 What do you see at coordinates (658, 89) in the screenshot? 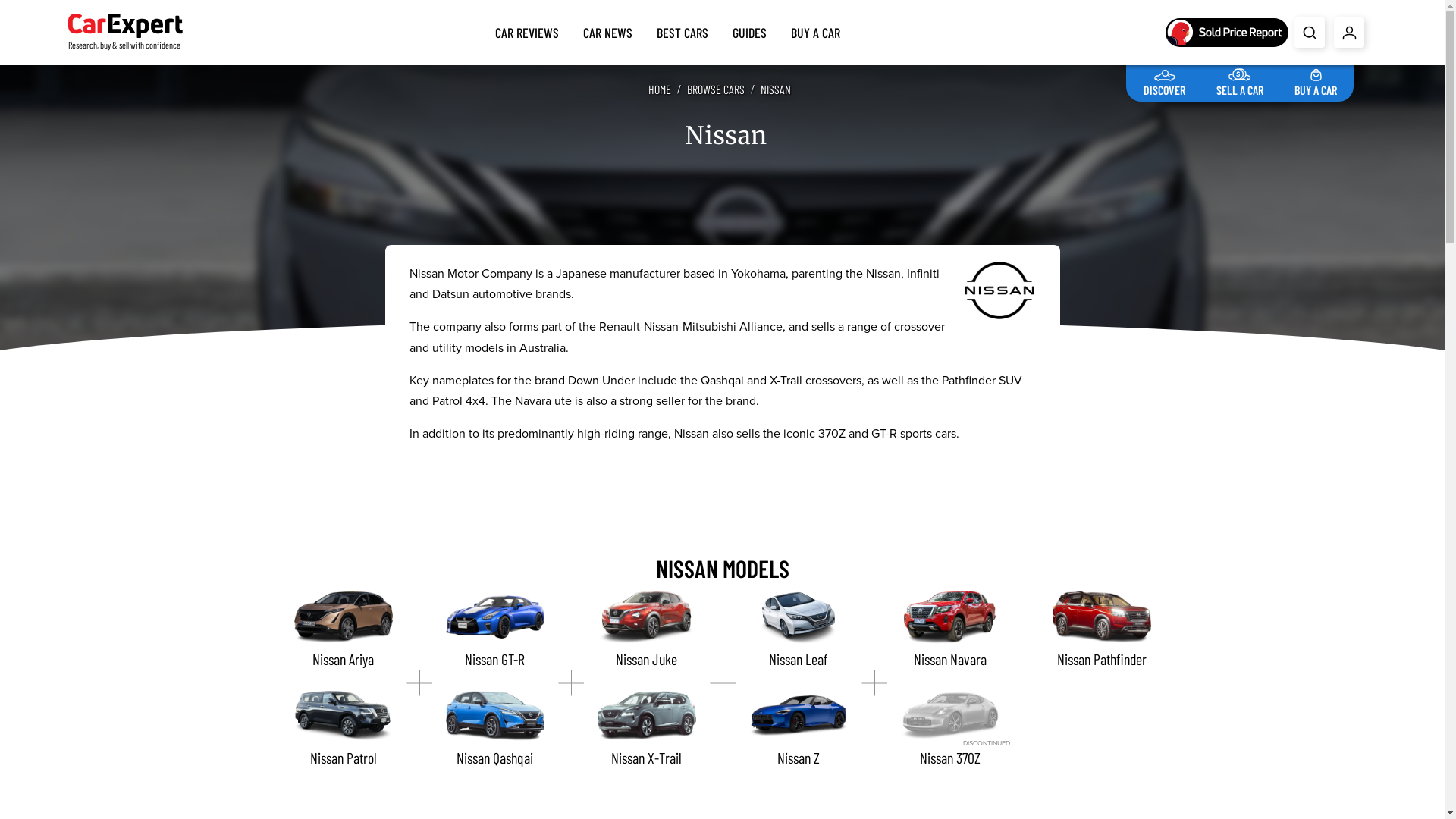
I see `'HOME'` at bounding box center [658, 89].